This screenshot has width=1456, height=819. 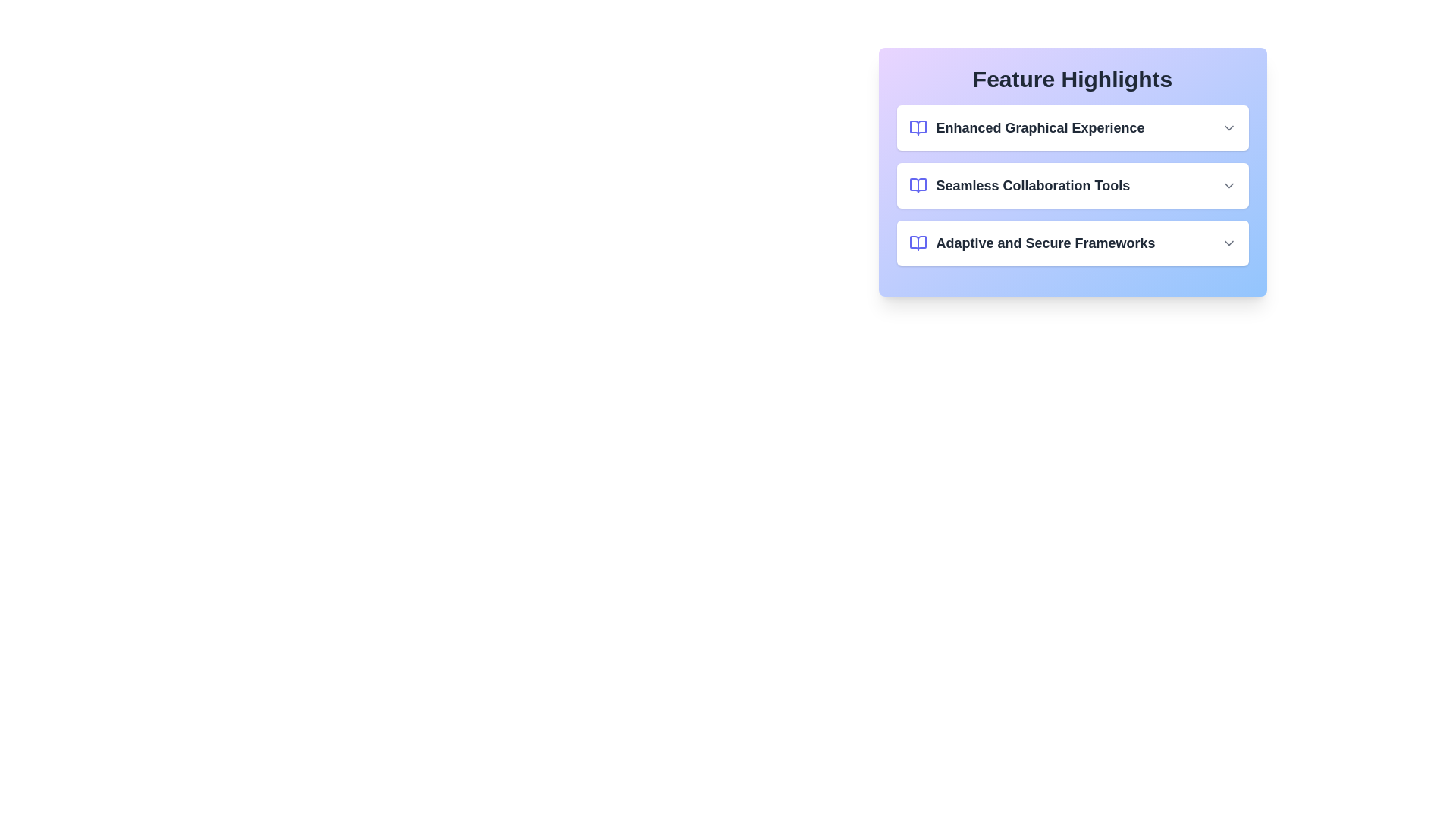 I want to click on the third selectable item in the 'Feature Highlights' list, which expands the 'Adaptive and Secure Frameworks' section, so click(x=1072, y=242).